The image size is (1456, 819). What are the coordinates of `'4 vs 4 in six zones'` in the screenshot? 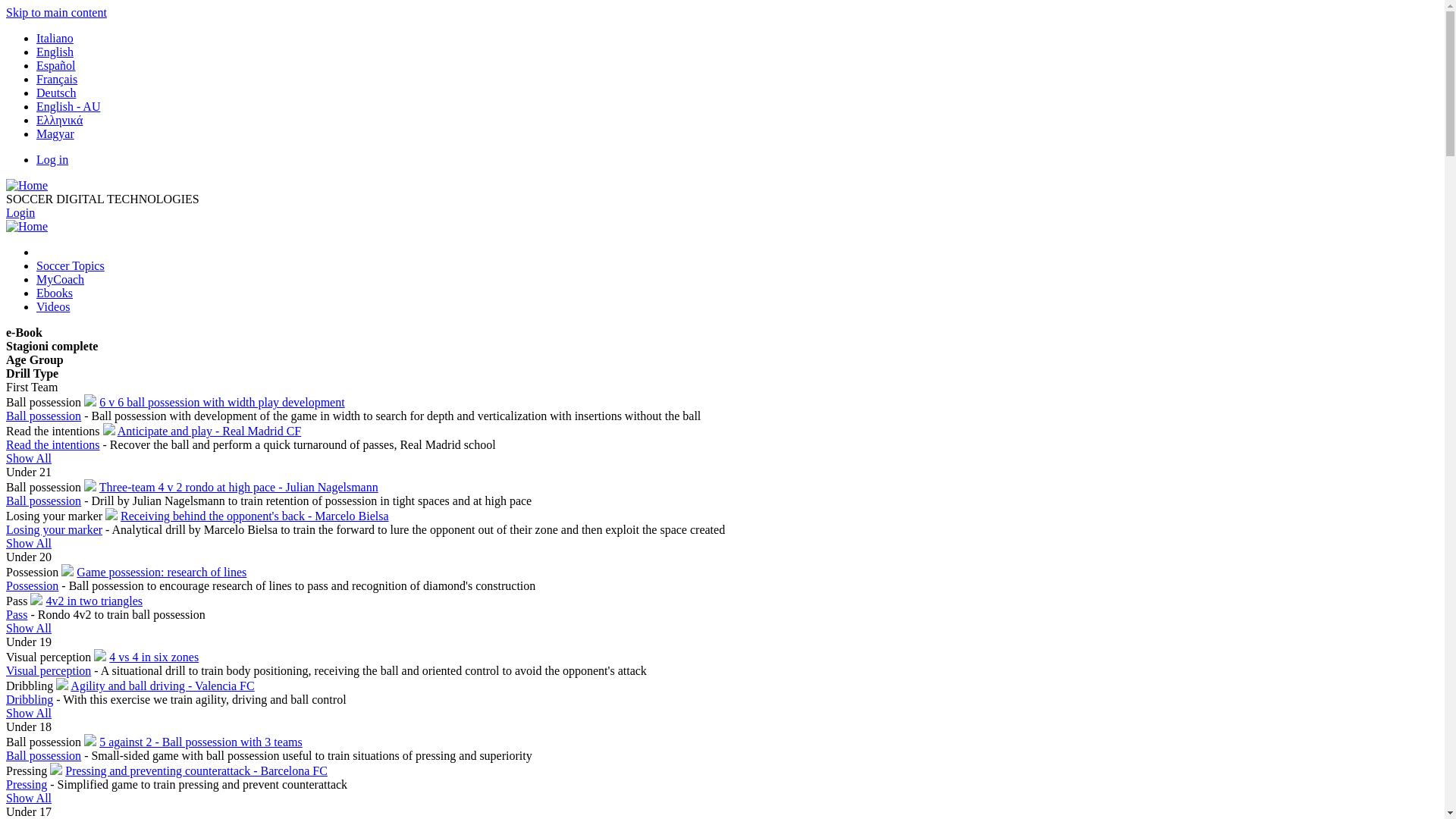 It's located at (153, 656).